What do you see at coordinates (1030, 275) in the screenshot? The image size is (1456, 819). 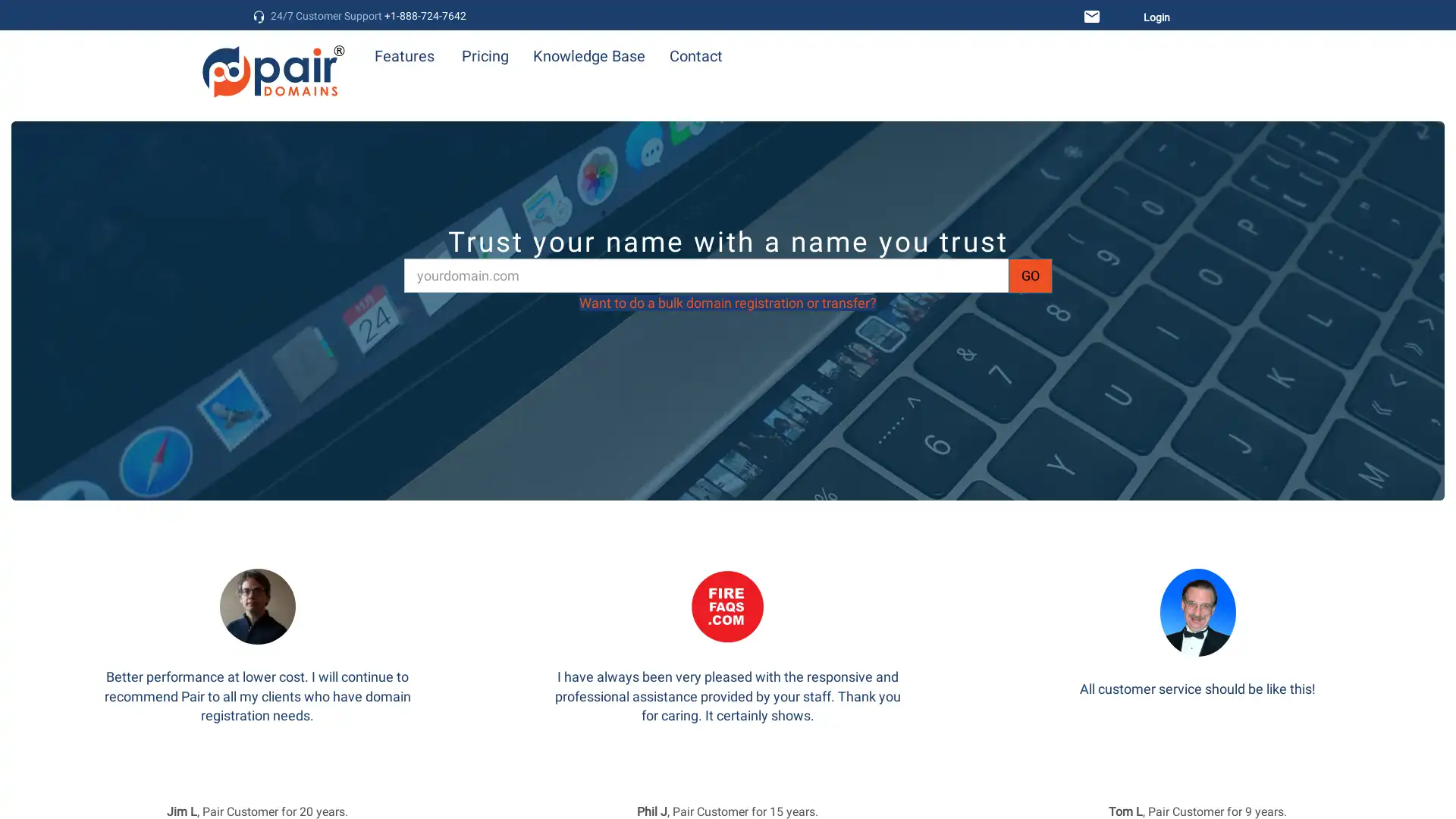 I see `GO` at bounding box center [1030, 275].